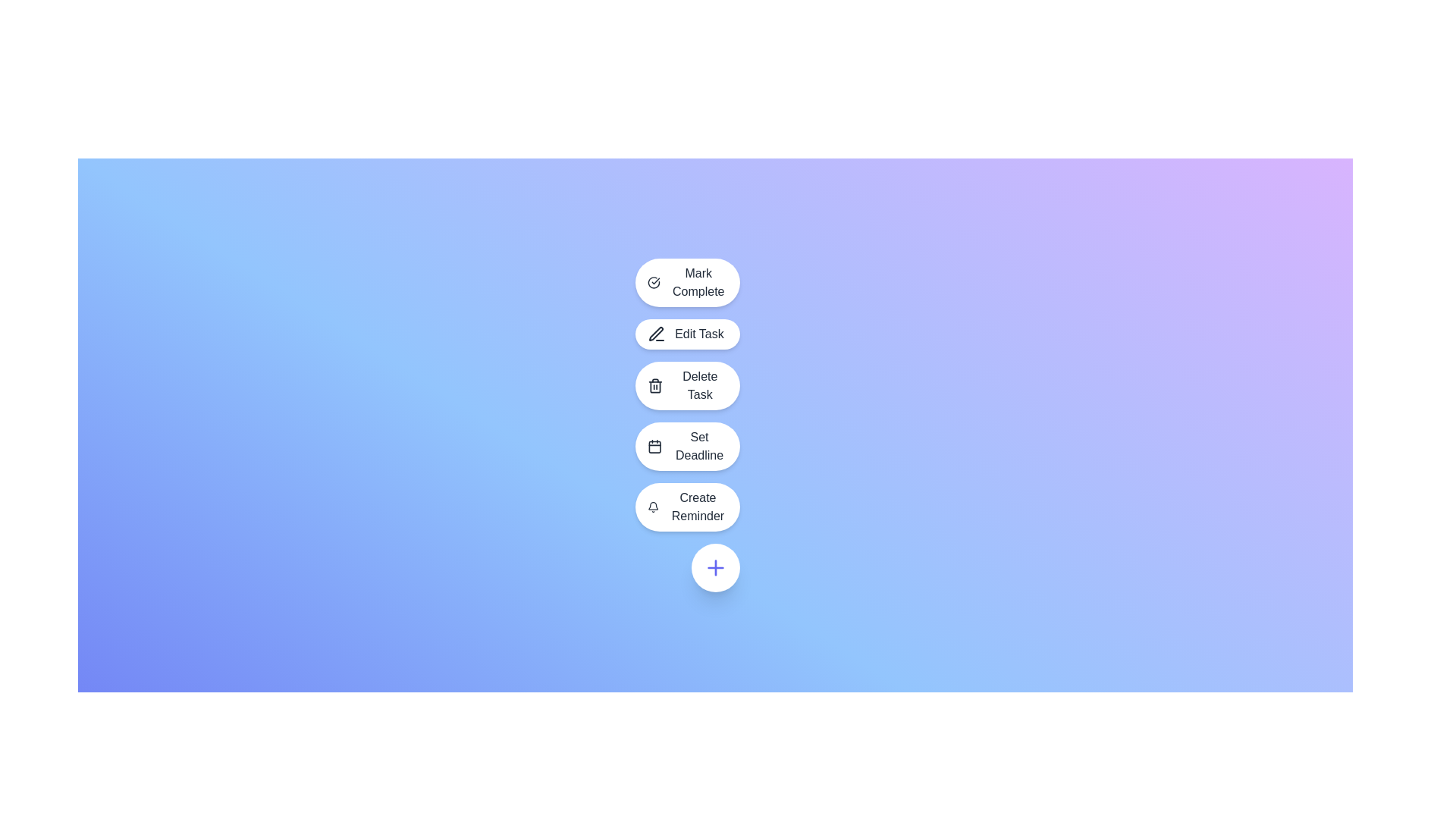 The width and height of the screenshot is (1456, 819). What do you see at coordinates (655, 385) in the screenshot?
I see `the 'Delete Task' button, which is represented by a trashcan-shaped icon with dark gray strokes in a vertical list of rounded buttons` at bounding box center [655, 385].